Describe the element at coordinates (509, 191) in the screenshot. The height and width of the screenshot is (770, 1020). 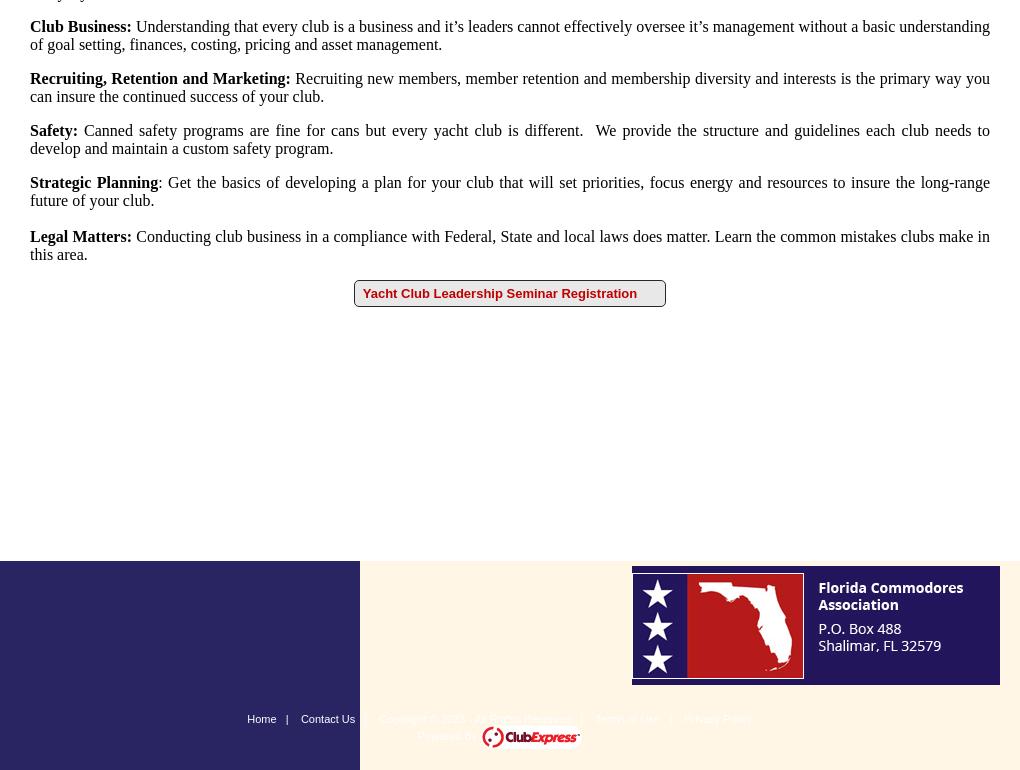
I see `'Get the basics of developing a plan for your club that will set priorities, focus energy and resources to insure the long-range future of your club.'` at that location.